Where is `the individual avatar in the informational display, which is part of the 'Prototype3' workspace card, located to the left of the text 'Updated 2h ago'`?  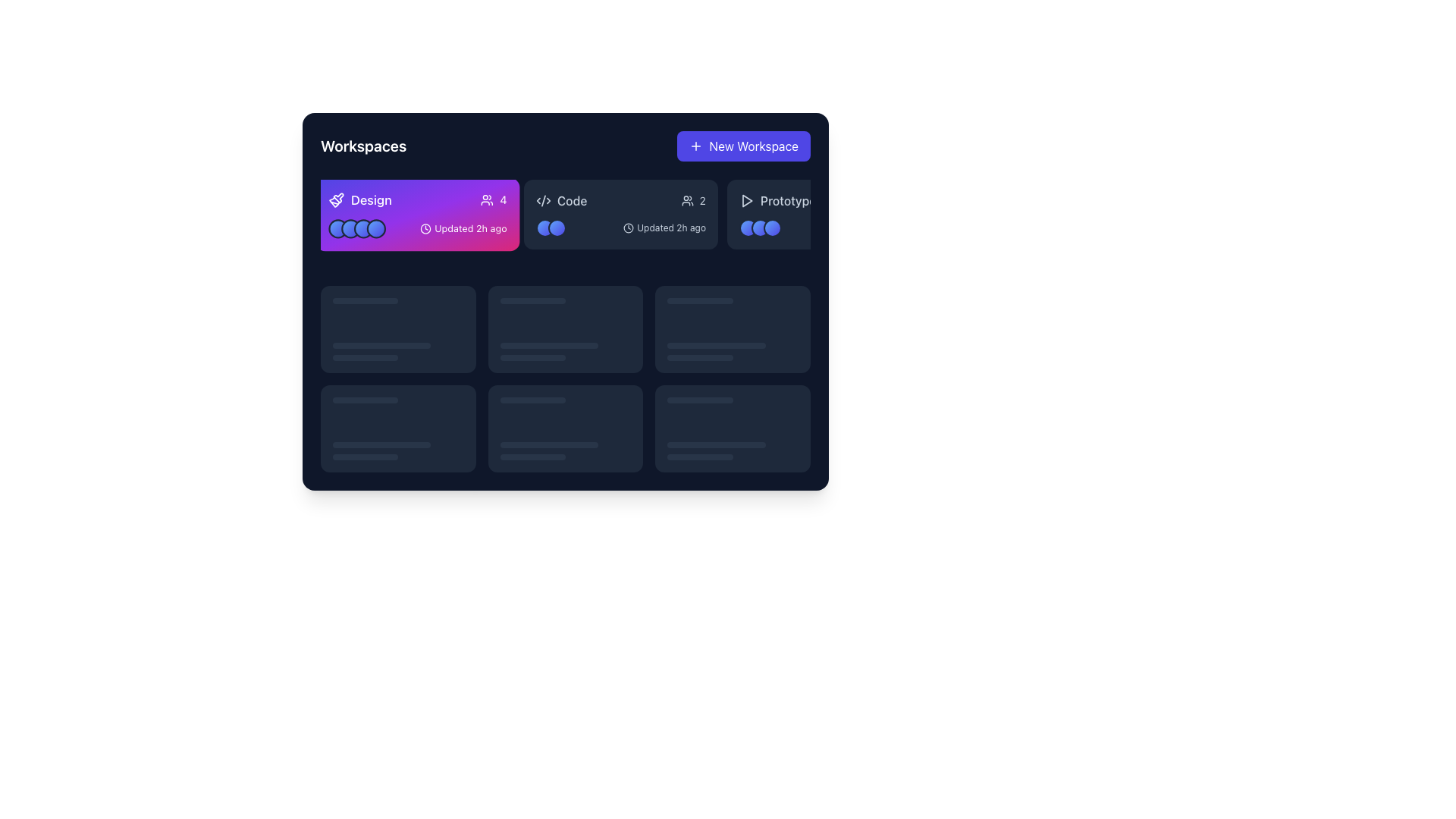 the individual avatar in the informational display, which is part of the 'Prototype3' workspace card, located to the left of the text 'Updated 2h ago' is located at coordinates (823, 227).